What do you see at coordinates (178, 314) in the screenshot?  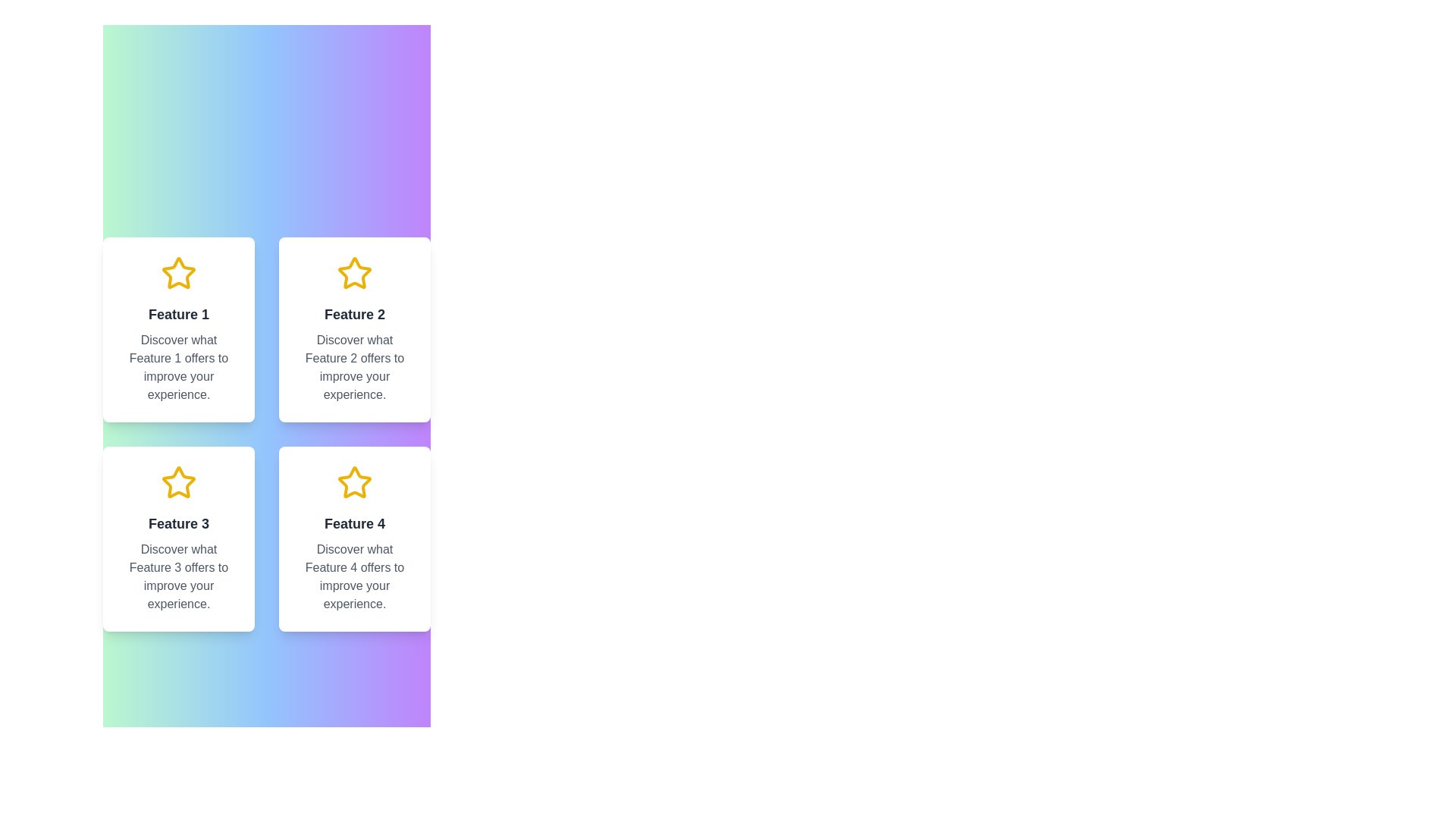 I see `bold text label 'Feature 1' which is centered within a white card in the top-left corner of a 2x2 grid layout` at bounding box center [178, 314].